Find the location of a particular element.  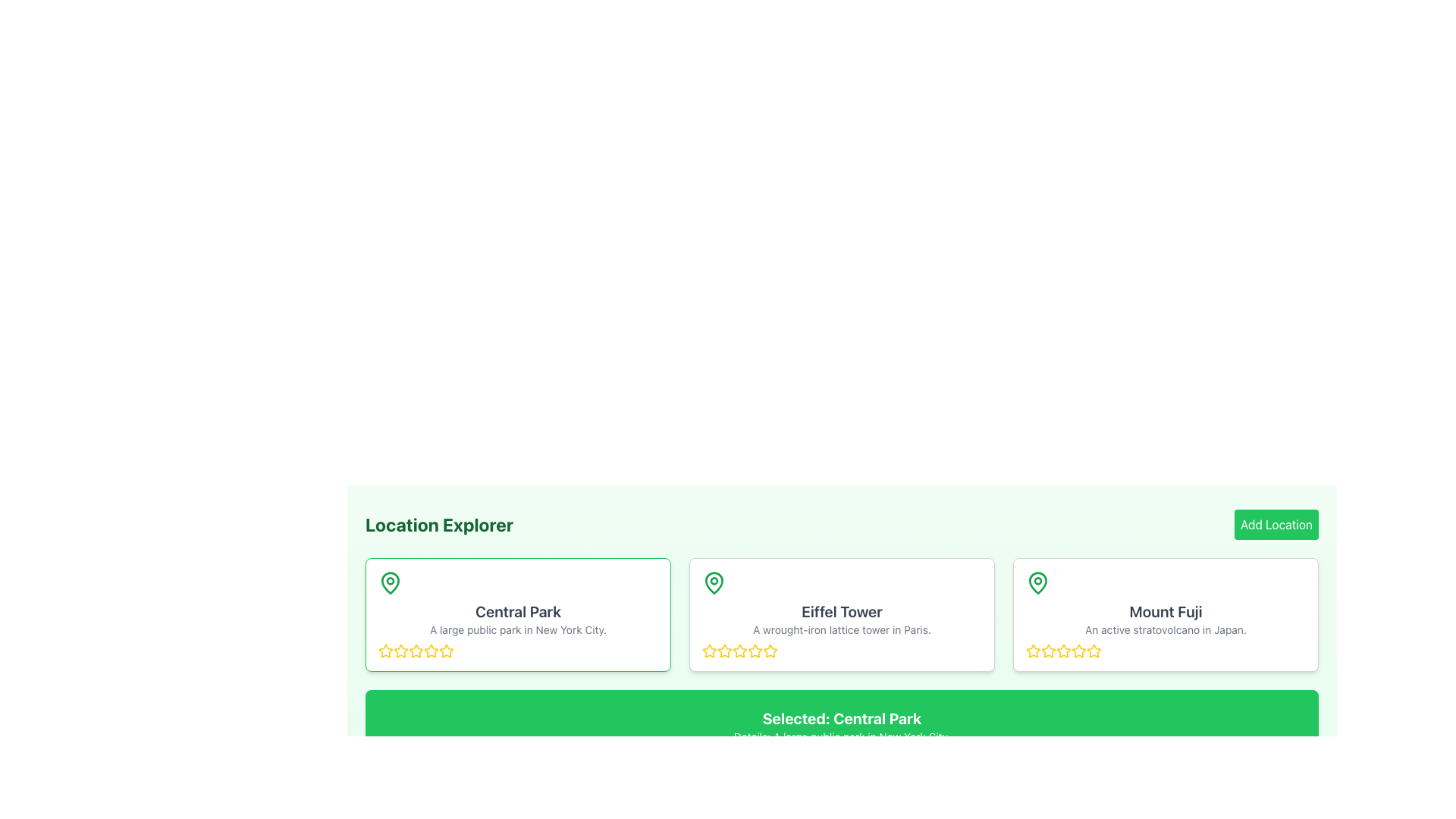

text displayed in the bold, large font labeled 'Central Park', which is centrally aligned and located in the first card under the 'Location Explorer' section is located at coordinates (518, 610).